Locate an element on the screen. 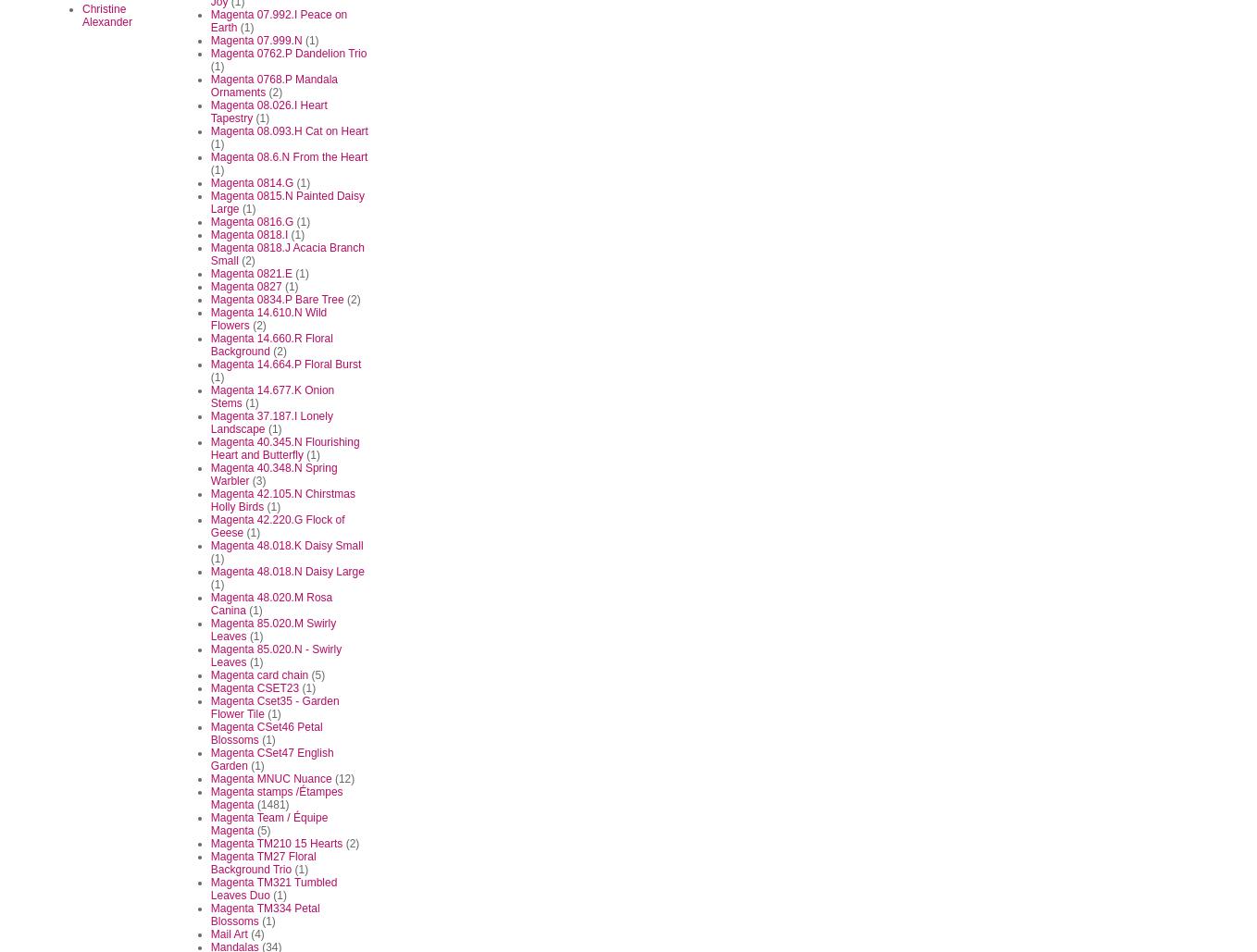 This screenshot has width=1257, height=952. 'Magenta 08.6.N From the Heart' is located at coordinates (287, 155).